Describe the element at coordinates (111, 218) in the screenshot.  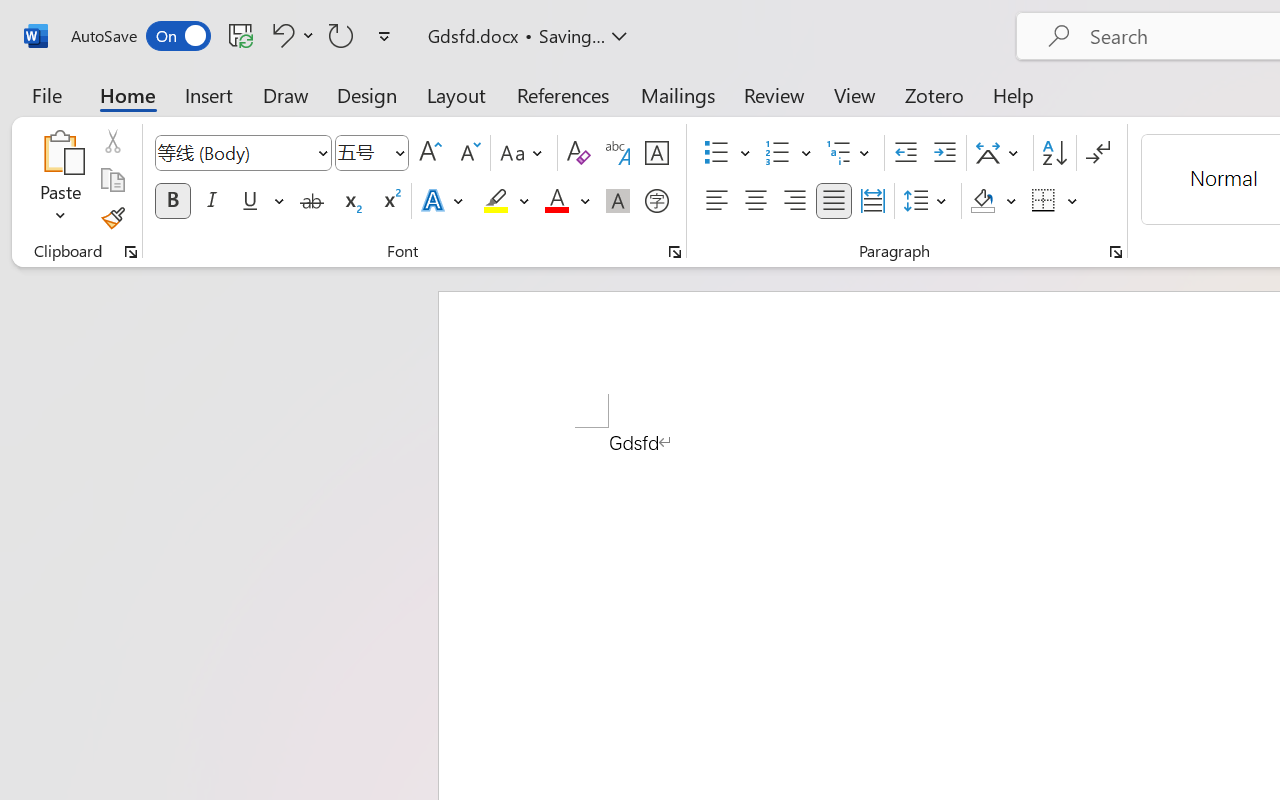
I see `'Format Painter'` at that location.